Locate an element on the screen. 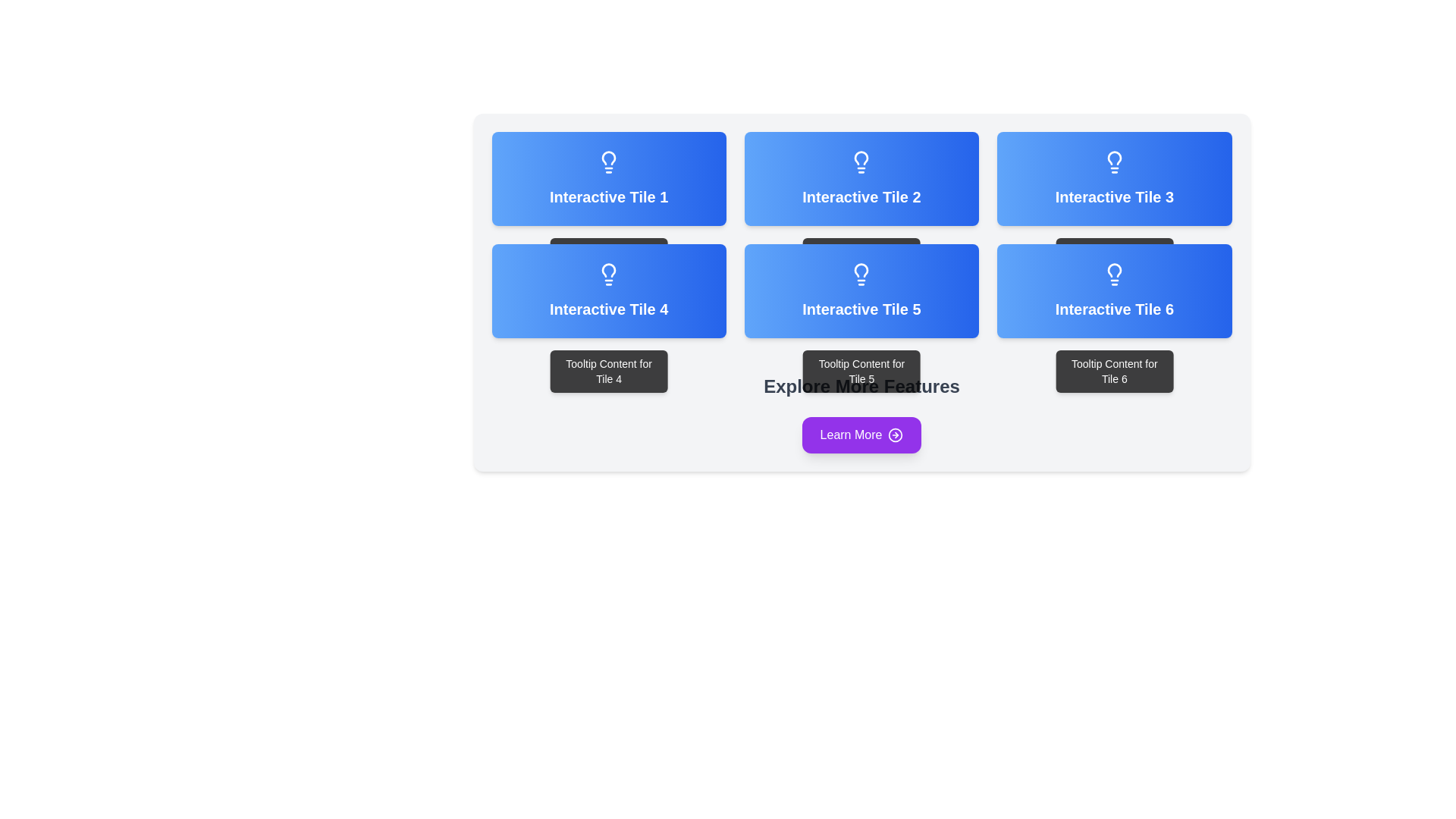 This screenshot has height=819, width=1456. the 'Learn More' button icon located to the right of the button's text, which indicates further exploration or navigation is located at coordinates (896, 435).